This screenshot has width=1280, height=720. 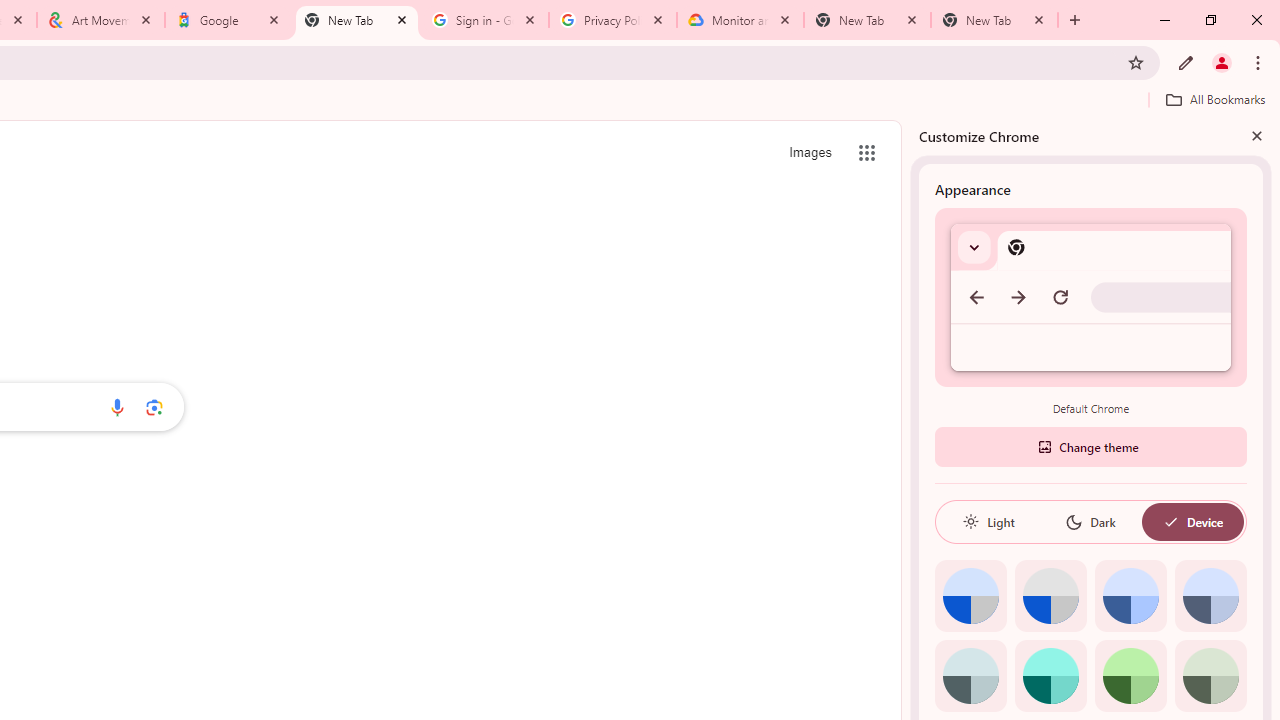 What do you see at coordinates (1089, 446) in the screenshot?
I see `'Change theme'` at bounding box center [1089, 446].